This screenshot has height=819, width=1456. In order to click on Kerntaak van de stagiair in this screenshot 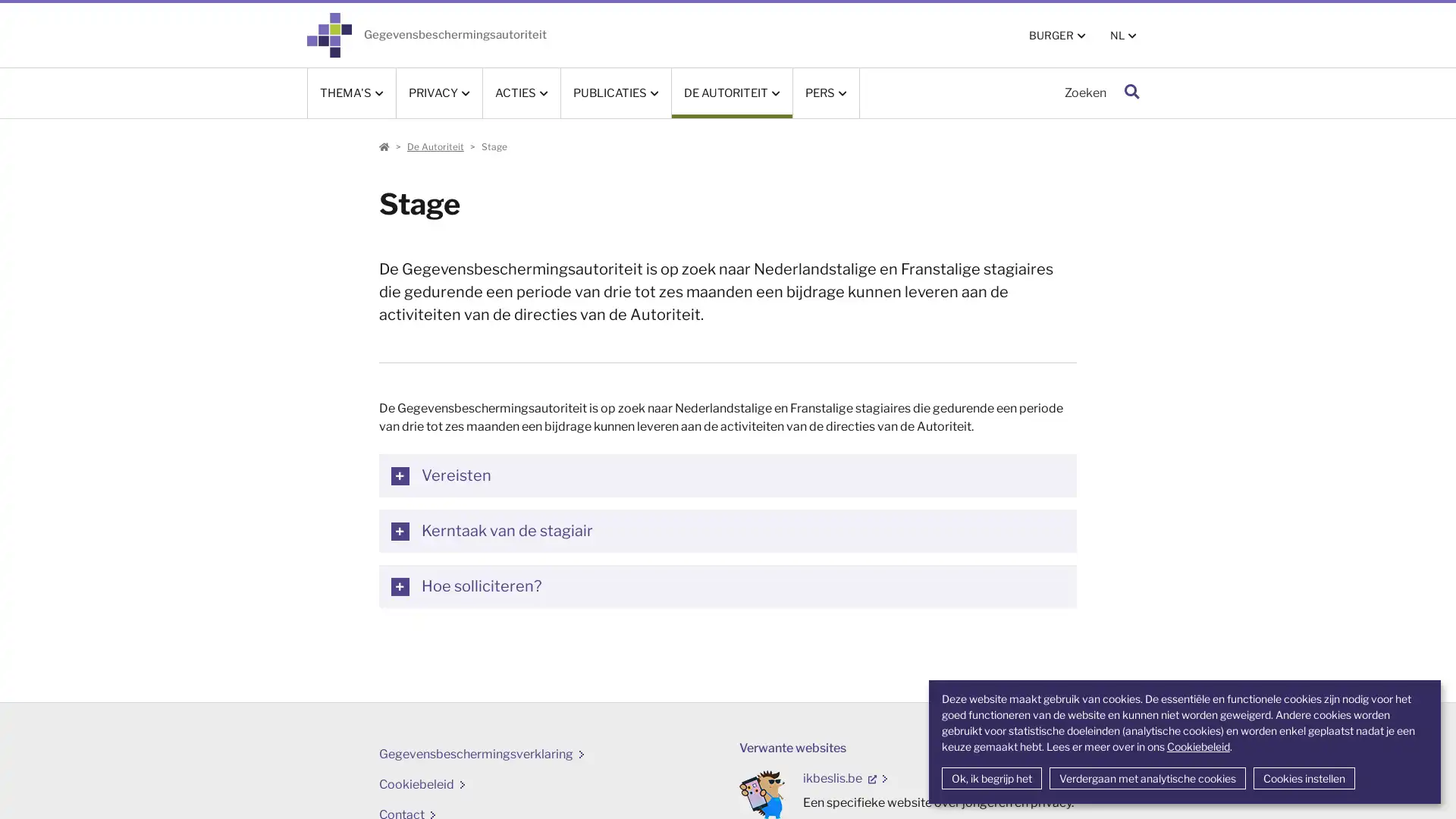, I will do `click(726, 530)`.